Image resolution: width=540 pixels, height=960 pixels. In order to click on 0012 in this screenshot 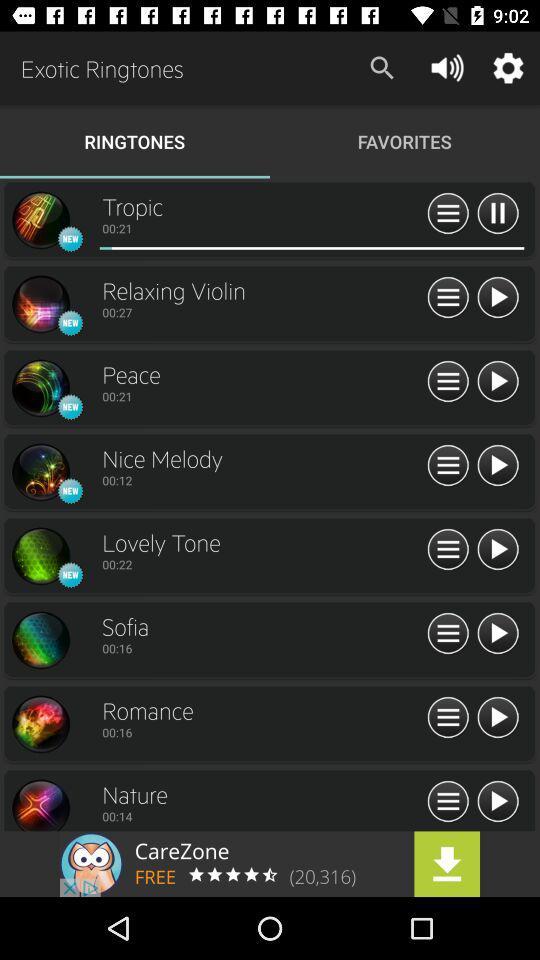, I will do `click(262, 480)`.